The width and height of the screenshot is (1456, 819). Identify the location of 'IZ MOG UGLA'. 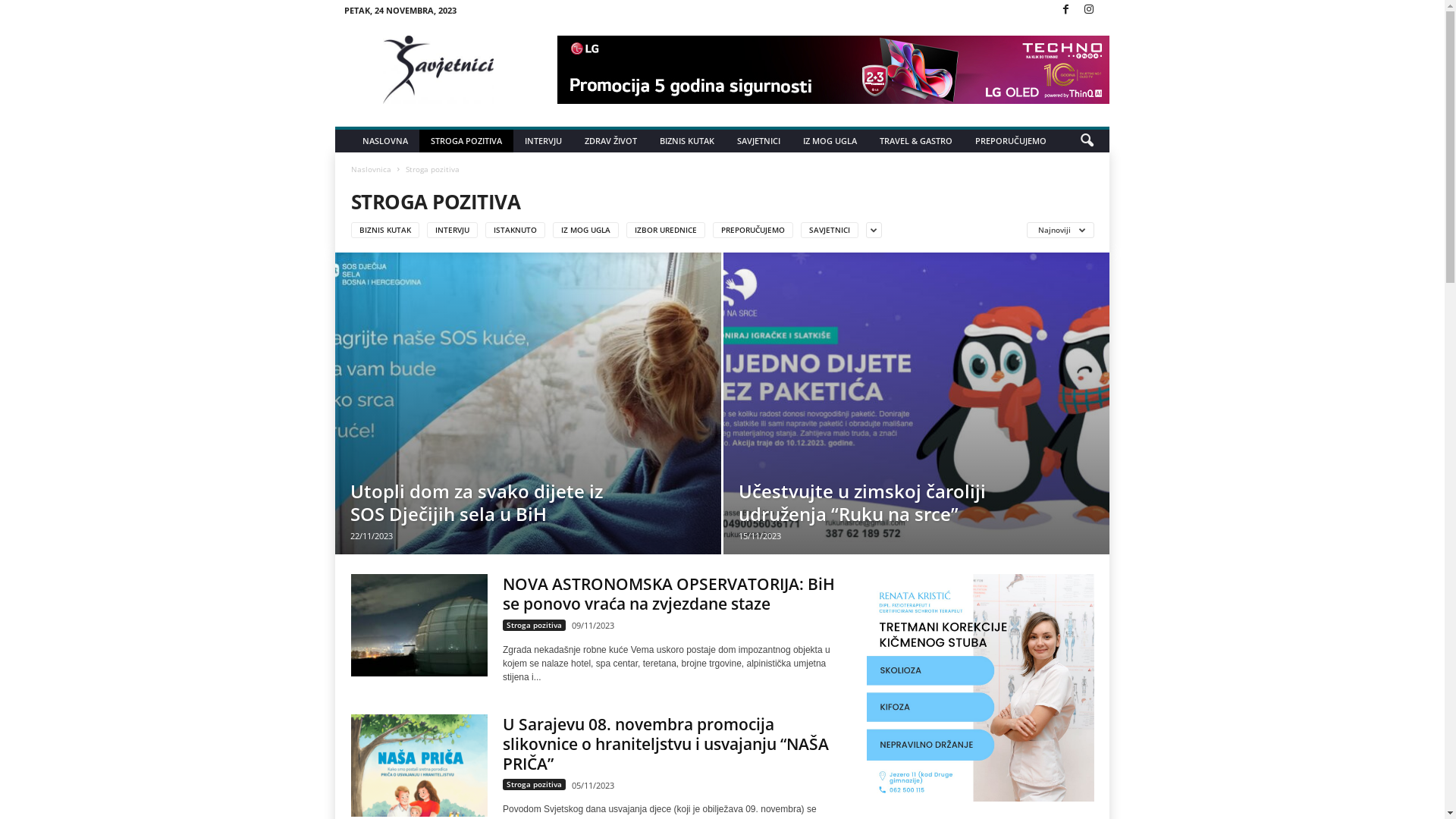
(829, 140).